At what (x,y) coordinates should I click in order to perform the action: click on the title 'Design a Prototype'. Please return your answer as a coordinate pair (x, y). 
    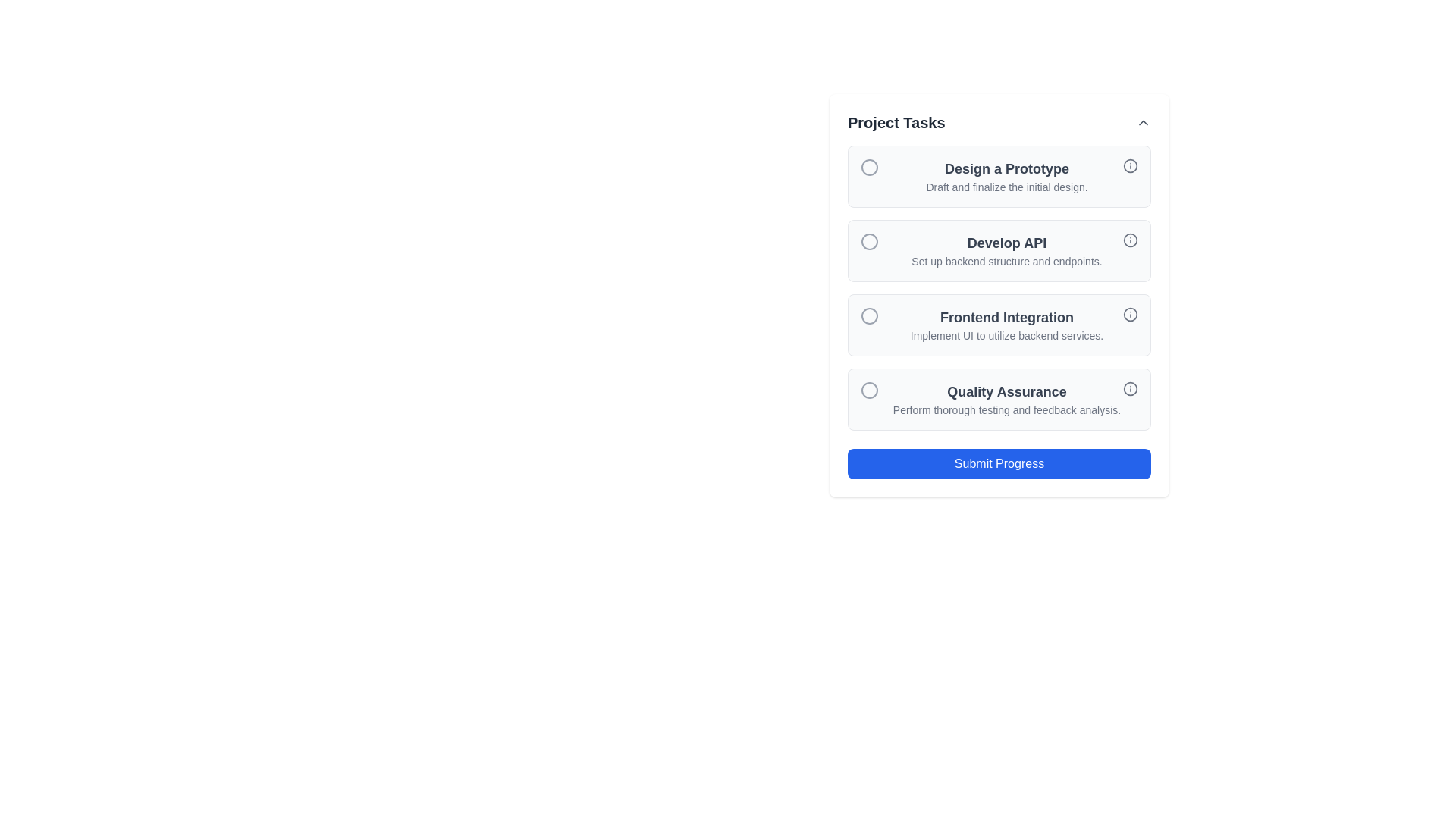
    Looking at the image, I should click on (999, 175).